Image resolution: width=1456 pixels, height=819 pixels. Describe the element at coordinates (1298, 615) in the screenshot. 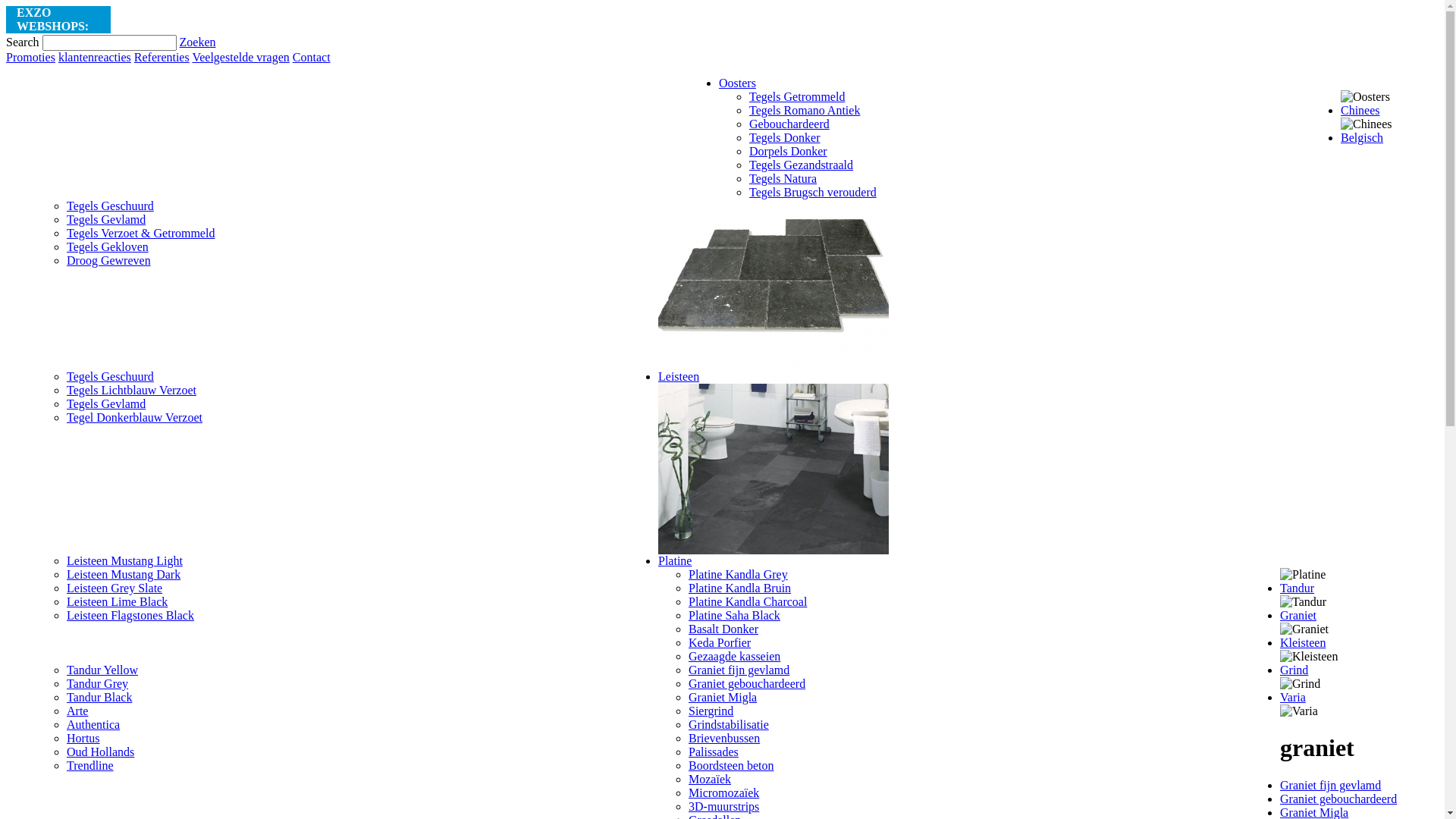

I see `'Graniet'` at that location.